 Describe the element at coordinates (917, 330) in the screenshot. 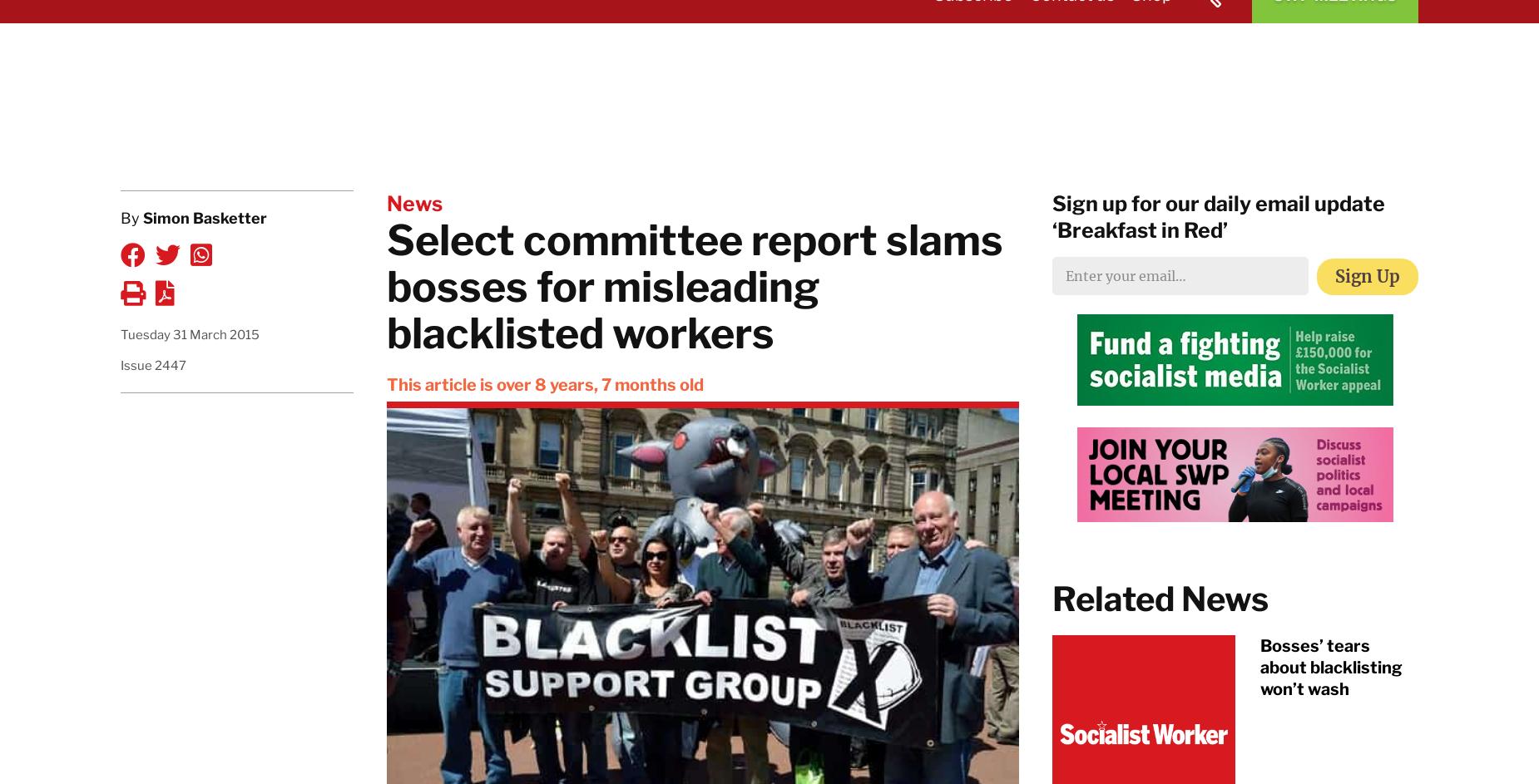

I see `'Socialist Worker issues'` at that location.